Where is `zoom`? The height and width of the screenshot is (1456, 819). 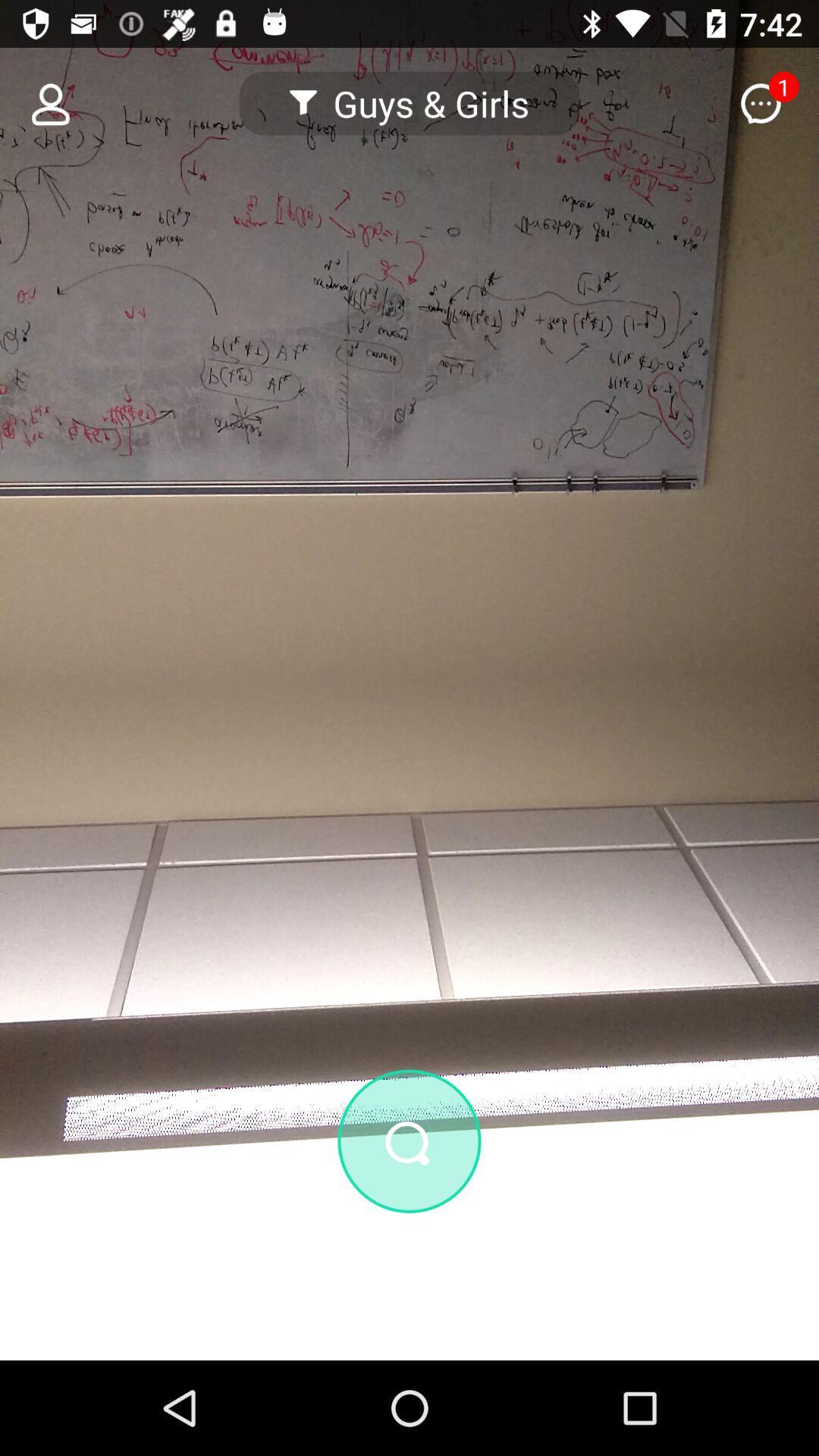 zoom is located at coordinates (409, 1141).